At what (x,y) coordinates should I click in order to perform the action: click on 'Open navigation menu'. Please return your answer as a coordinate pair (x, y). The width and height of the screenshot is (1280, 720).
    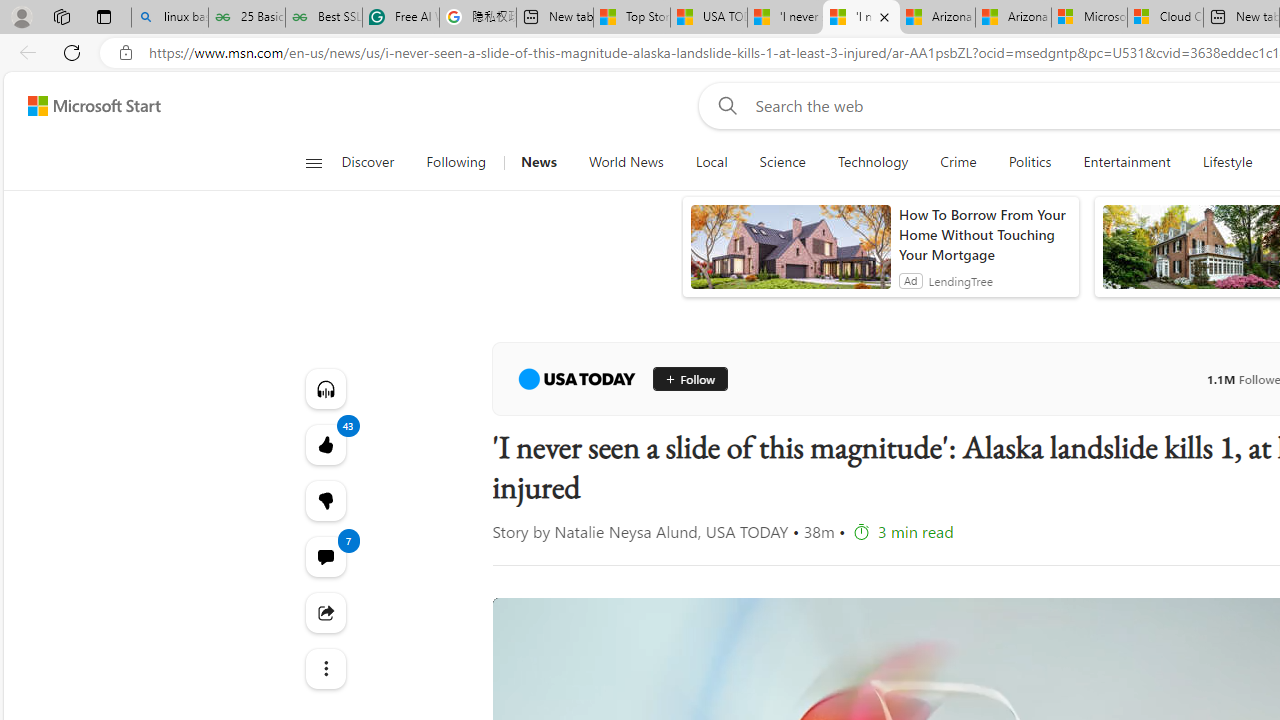
    Looking at the image, I should click on (312, 162).